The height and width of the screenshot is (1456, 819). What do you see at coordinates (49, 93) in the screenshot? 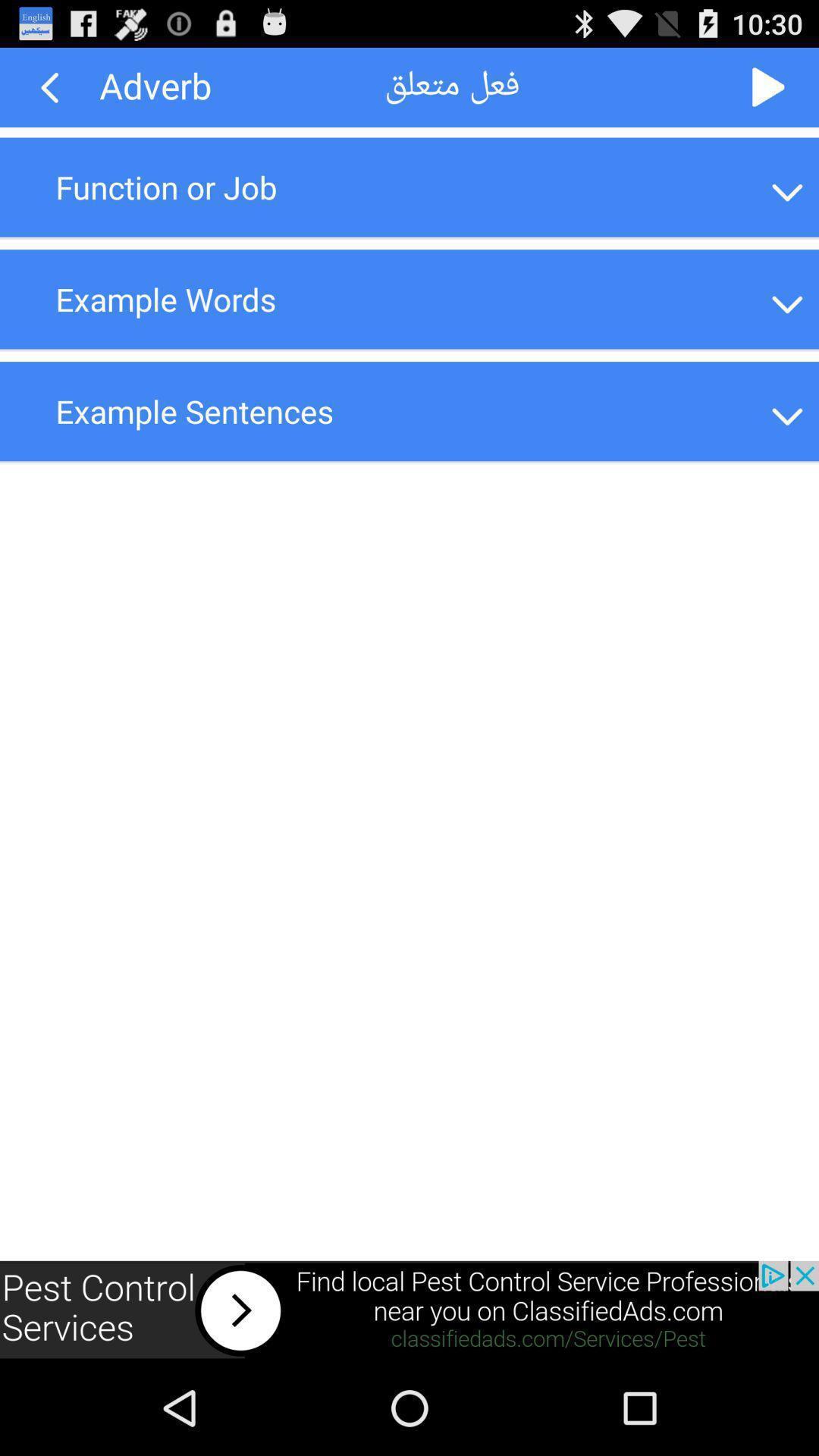
I see `the arrow_backward icon` at bounding box center [49, 93].